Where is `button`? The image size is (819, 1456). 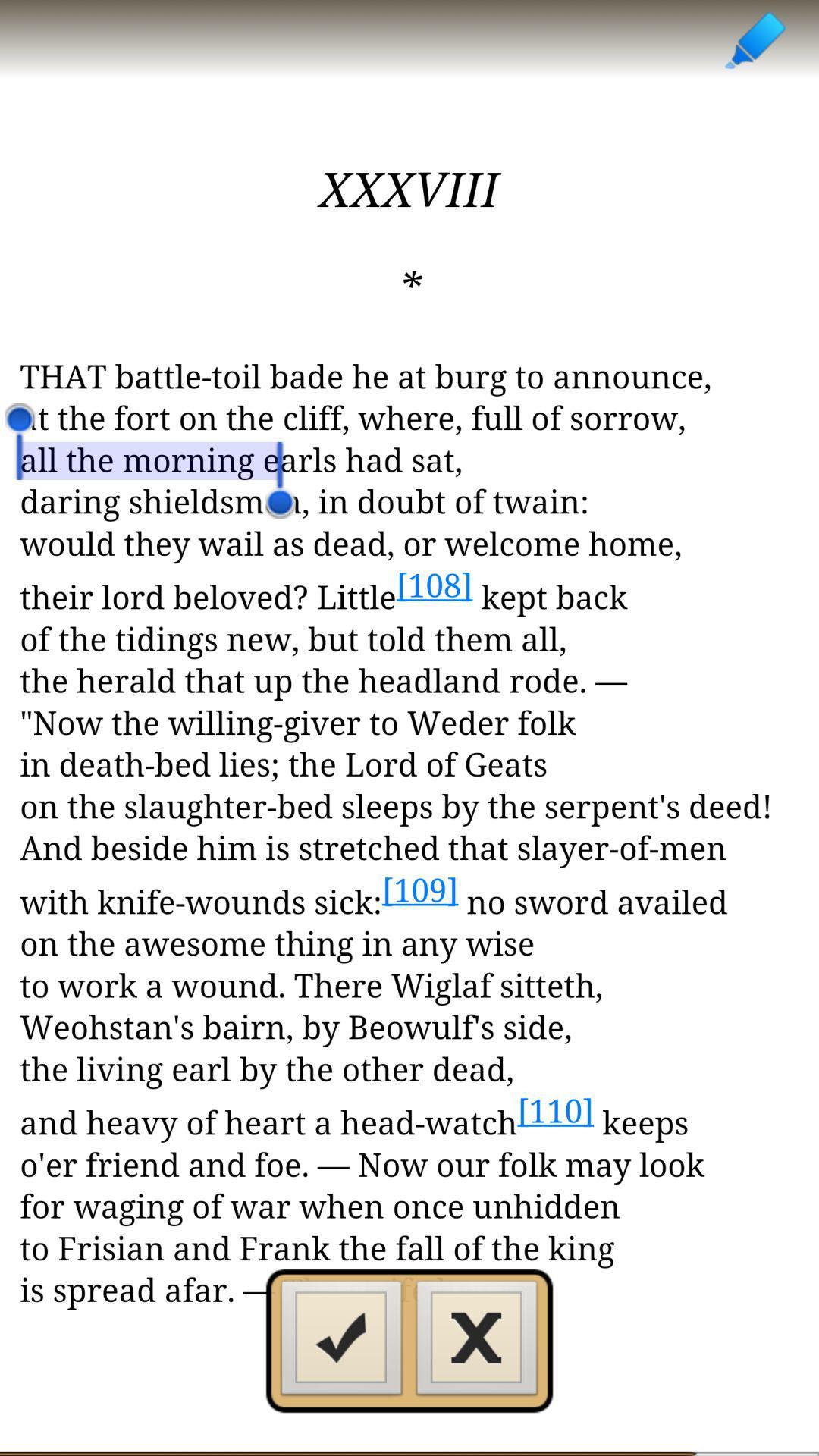
button is located at coordinates (476, 1342).